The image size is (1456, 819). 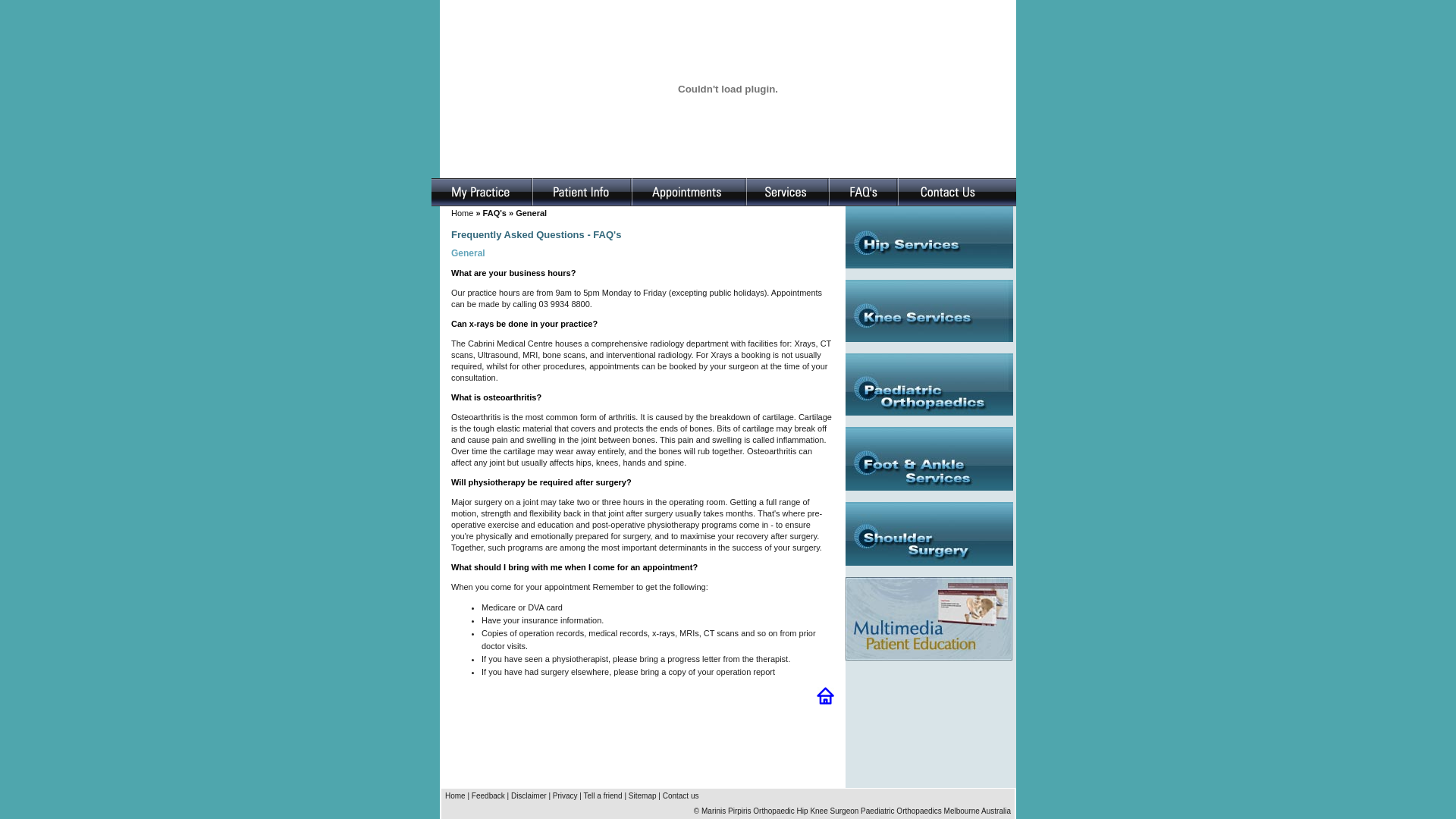 I want to click on 'Sitemap', so click(x=642, y=795).